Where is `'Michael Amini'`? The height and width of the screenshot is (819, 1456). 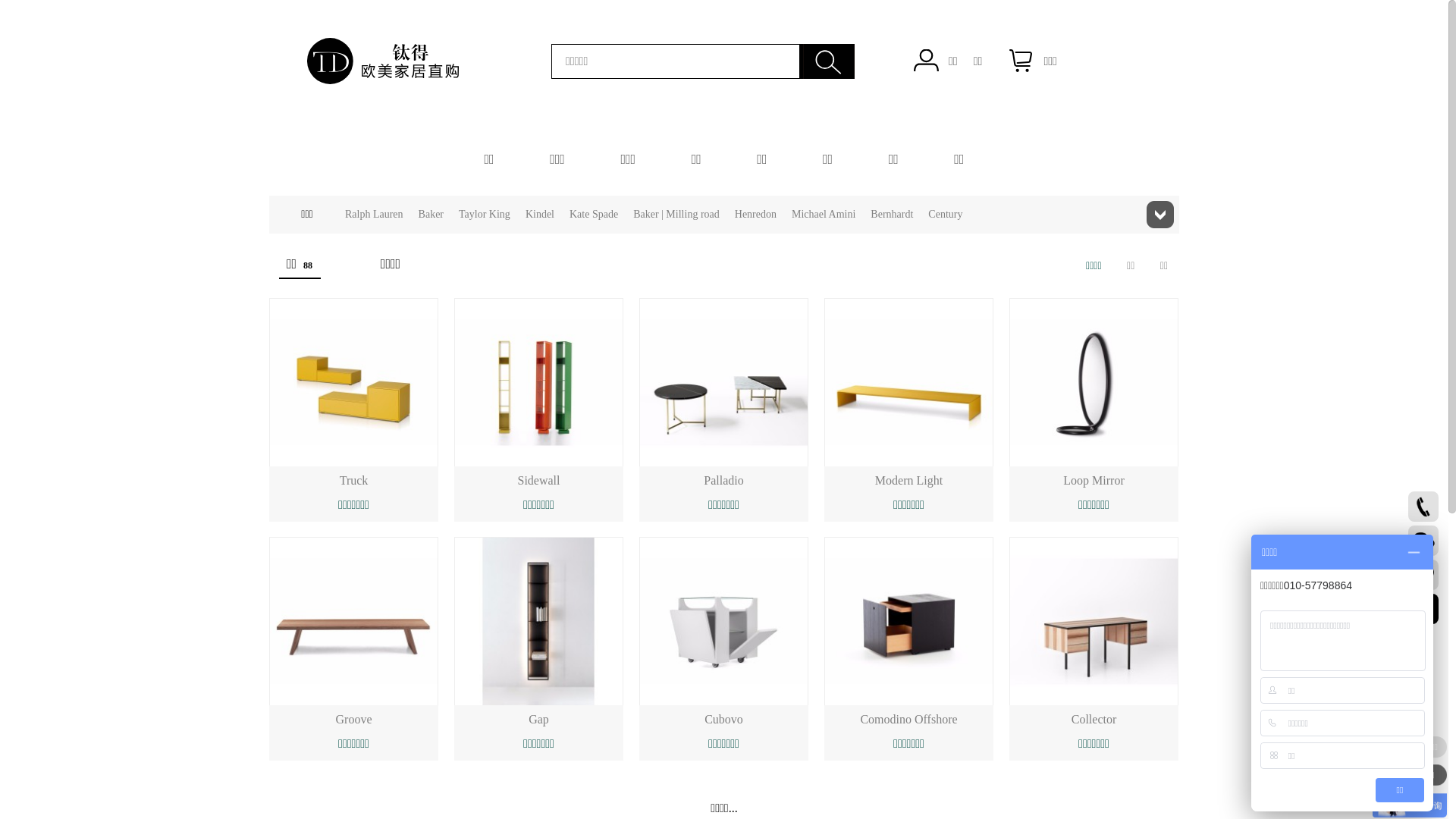
'Michael Amini' is located at coordinates (822, 214).